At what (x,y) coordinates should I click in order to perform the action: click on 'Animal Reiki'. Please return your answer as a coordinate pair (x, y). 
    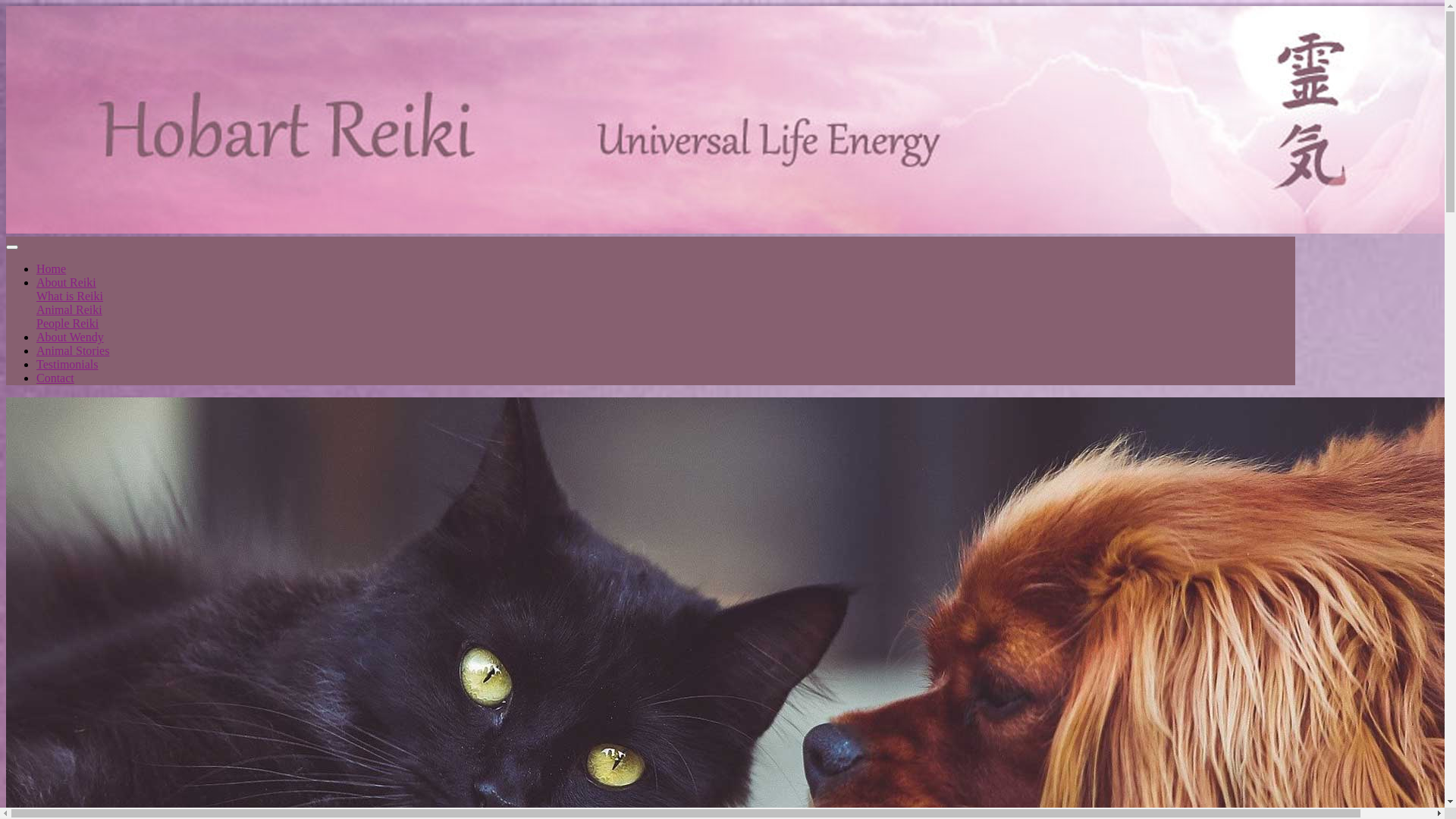
    Looking at the image, I should click on (68, 309).